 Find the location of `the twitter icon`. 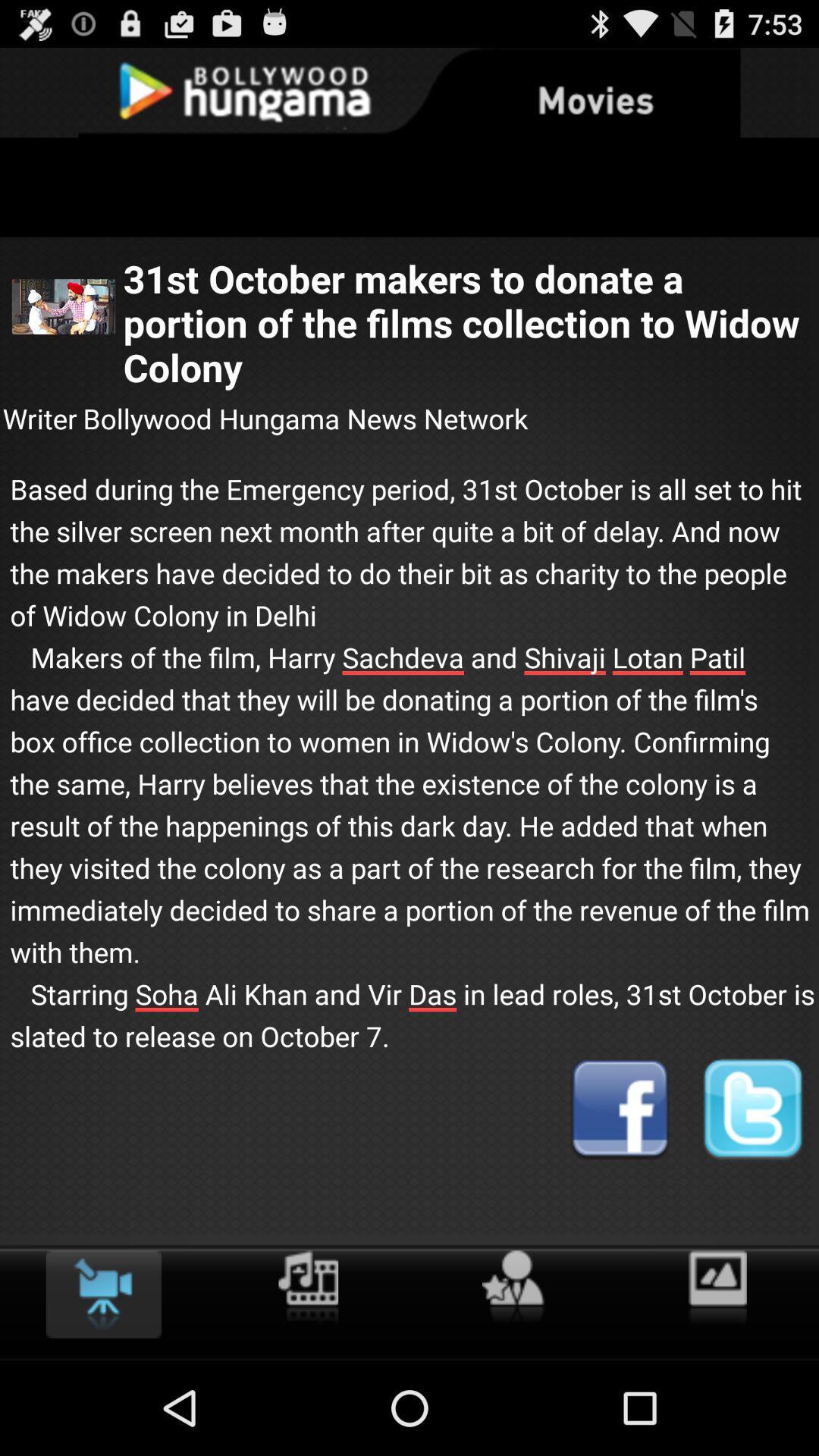

the twitter icon is located at coordinates (752, 1187).